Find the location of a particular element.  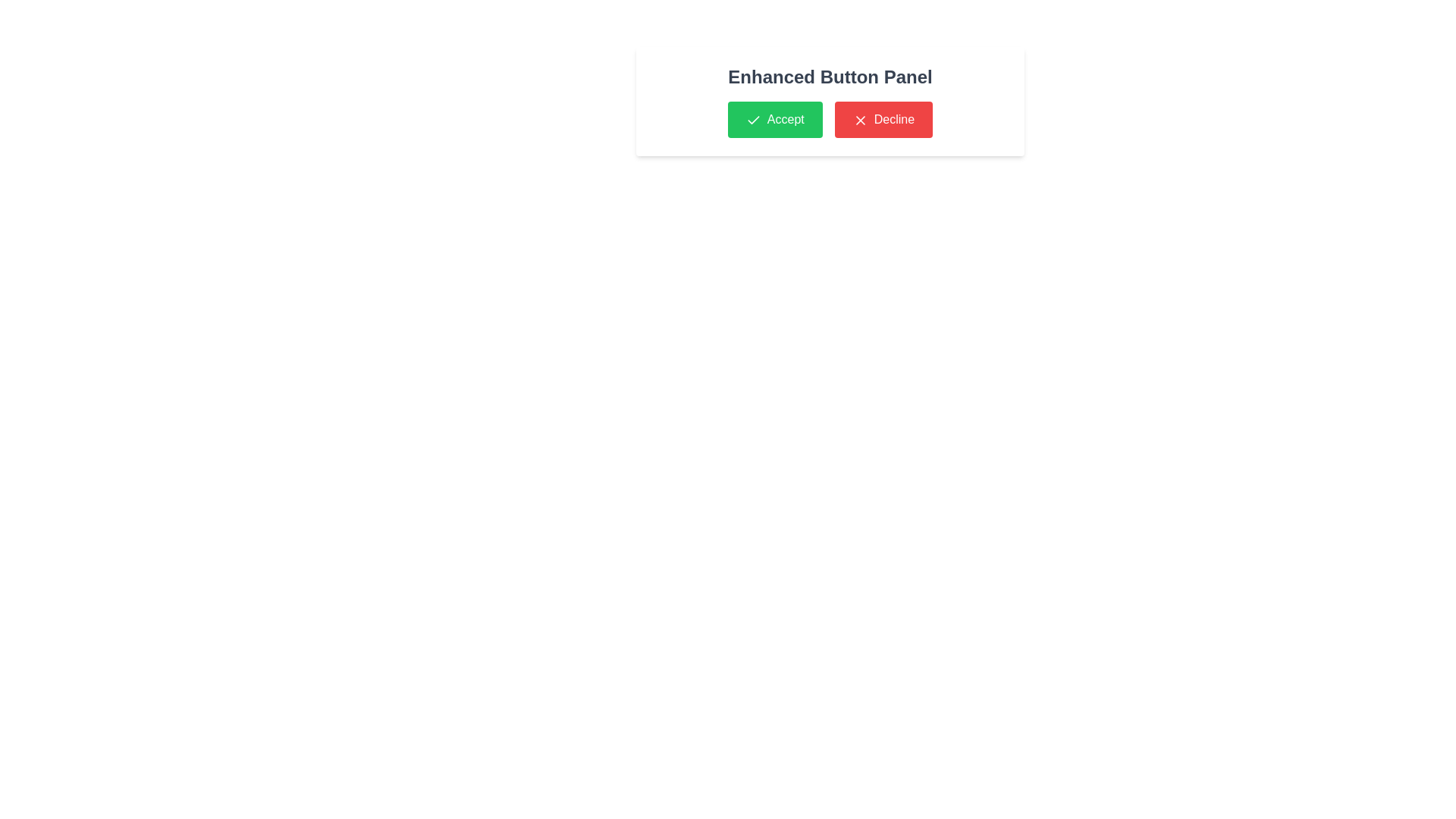

the 'X' icon located inside the red 'Decline' button, which is positioned beneath the 'Enhanced Button Panel' is located at coordinates (860, 119).